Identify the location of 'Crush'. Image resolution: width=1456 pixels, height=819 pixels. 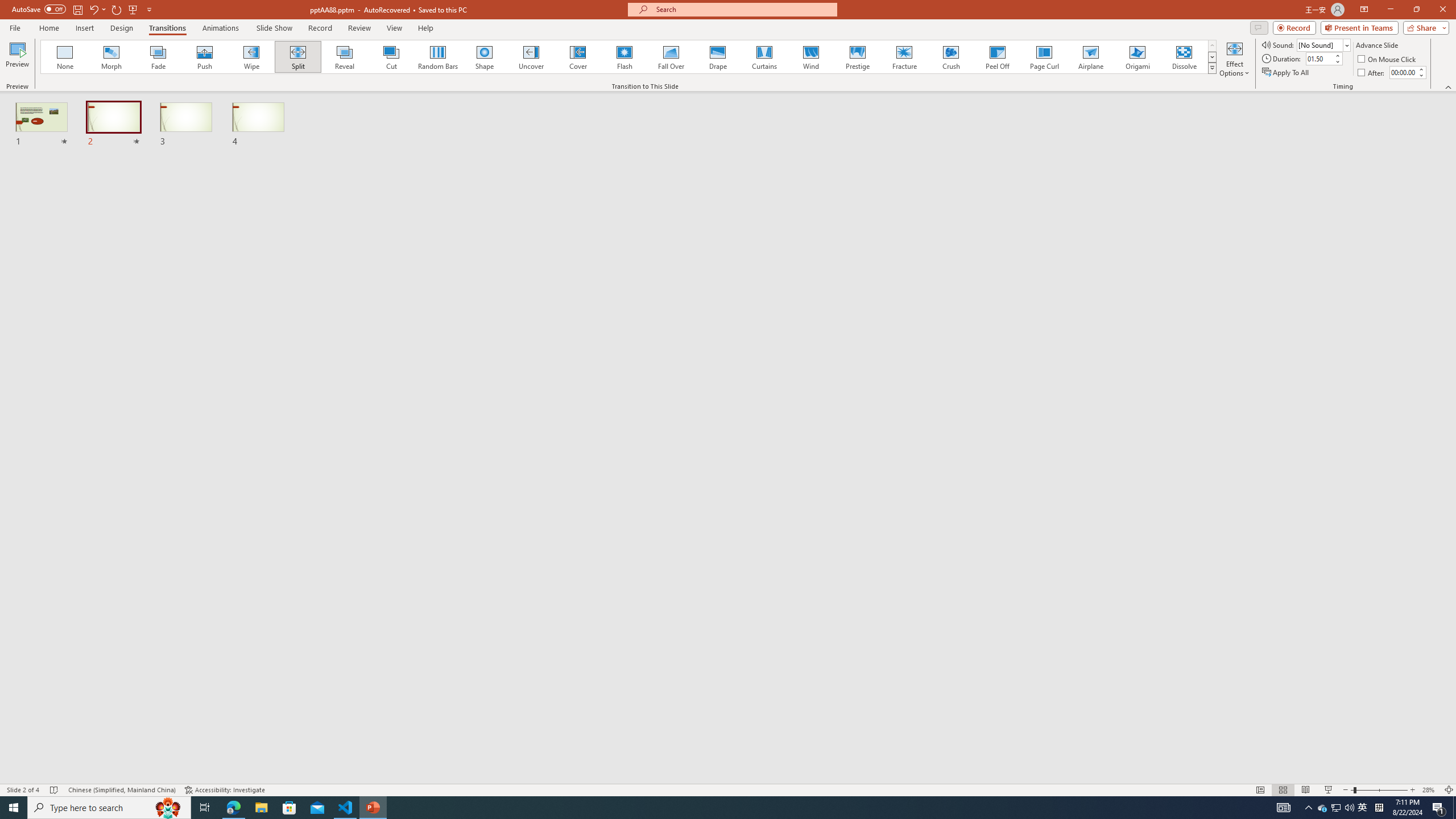
(950, 56).